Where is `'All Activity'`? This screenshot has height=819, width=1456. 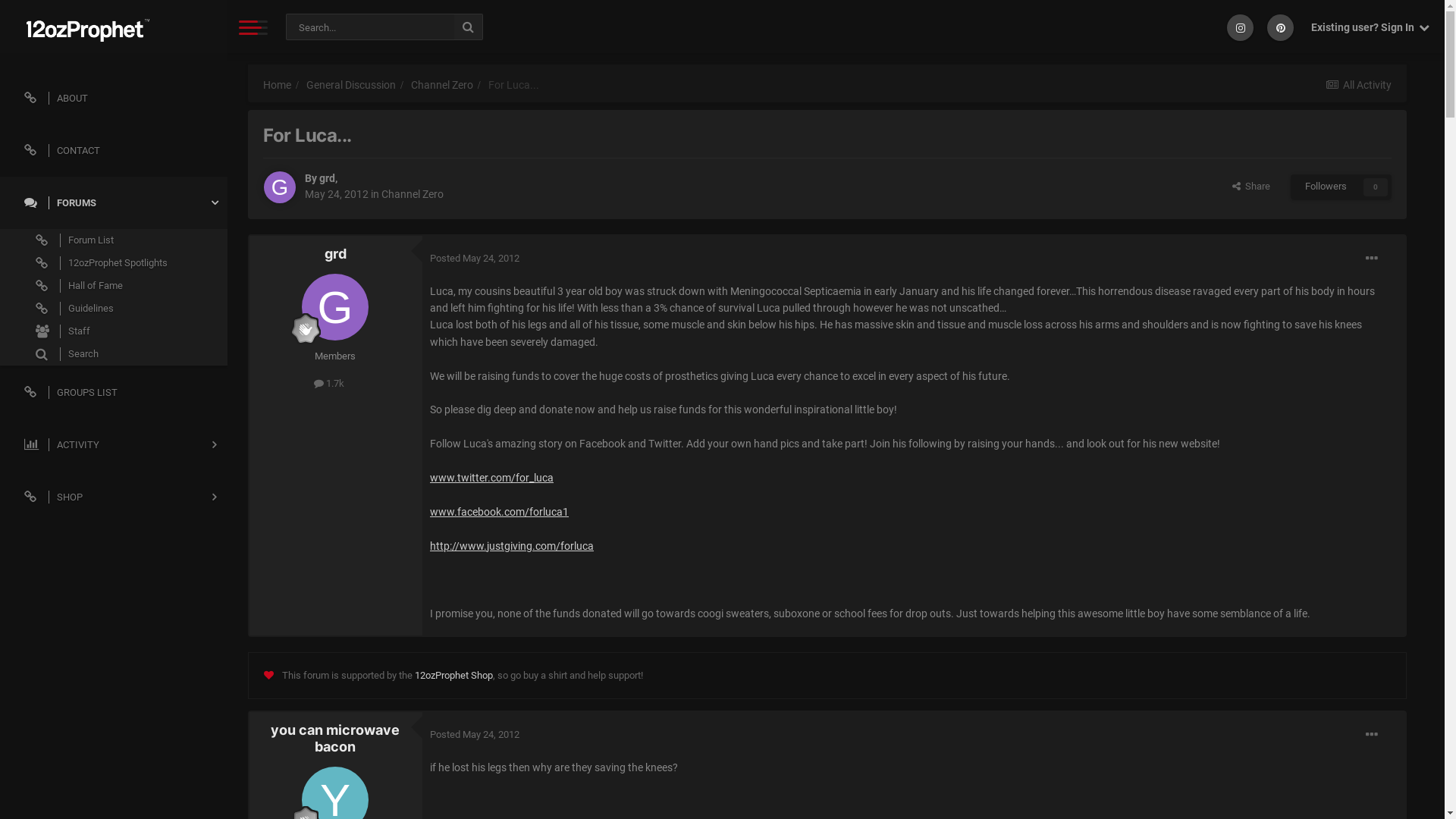 'All Activity' is located at coordinates (1357, 84).